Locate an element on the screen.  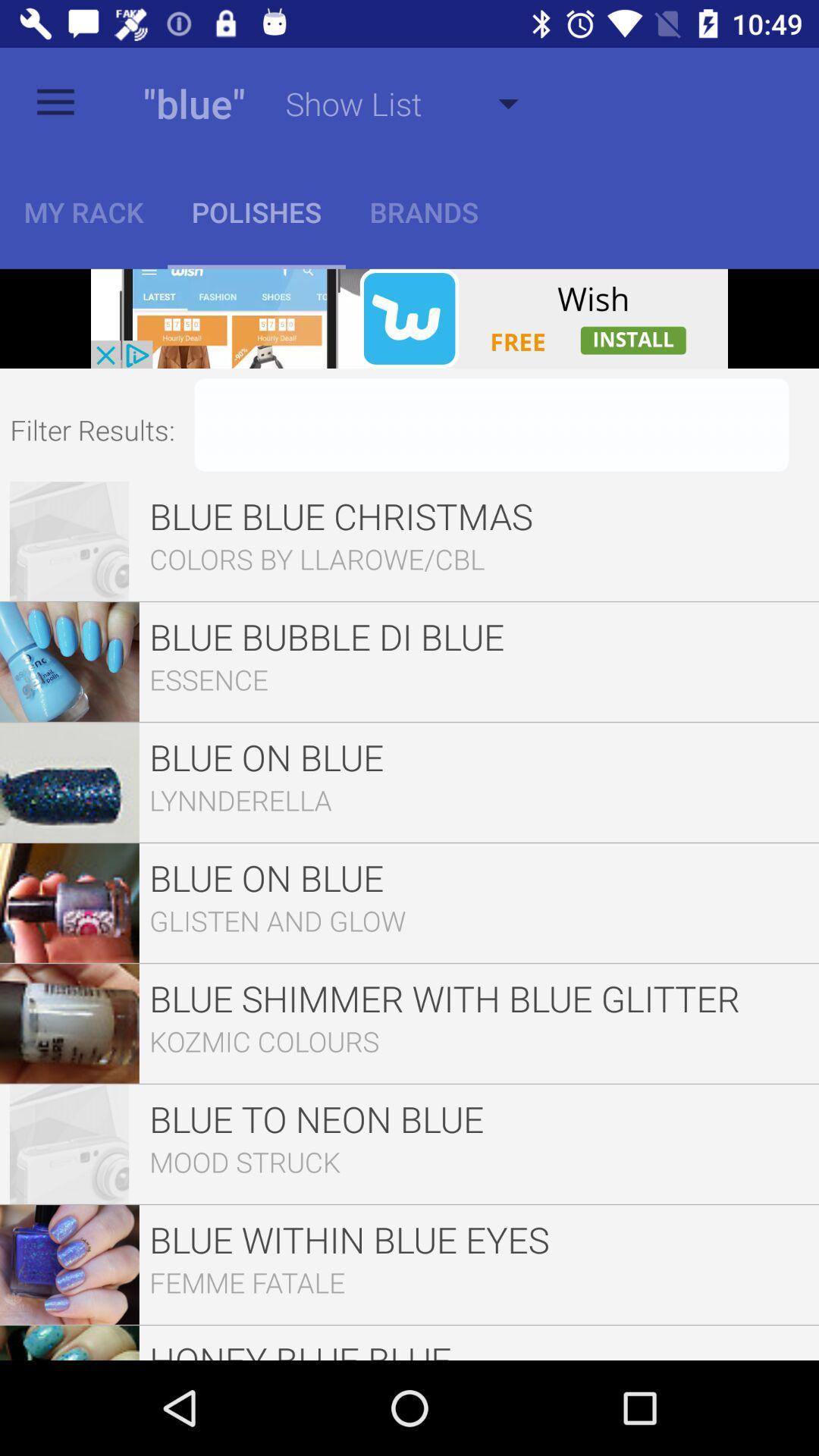
advertisement is located at coordinates (409, 318).